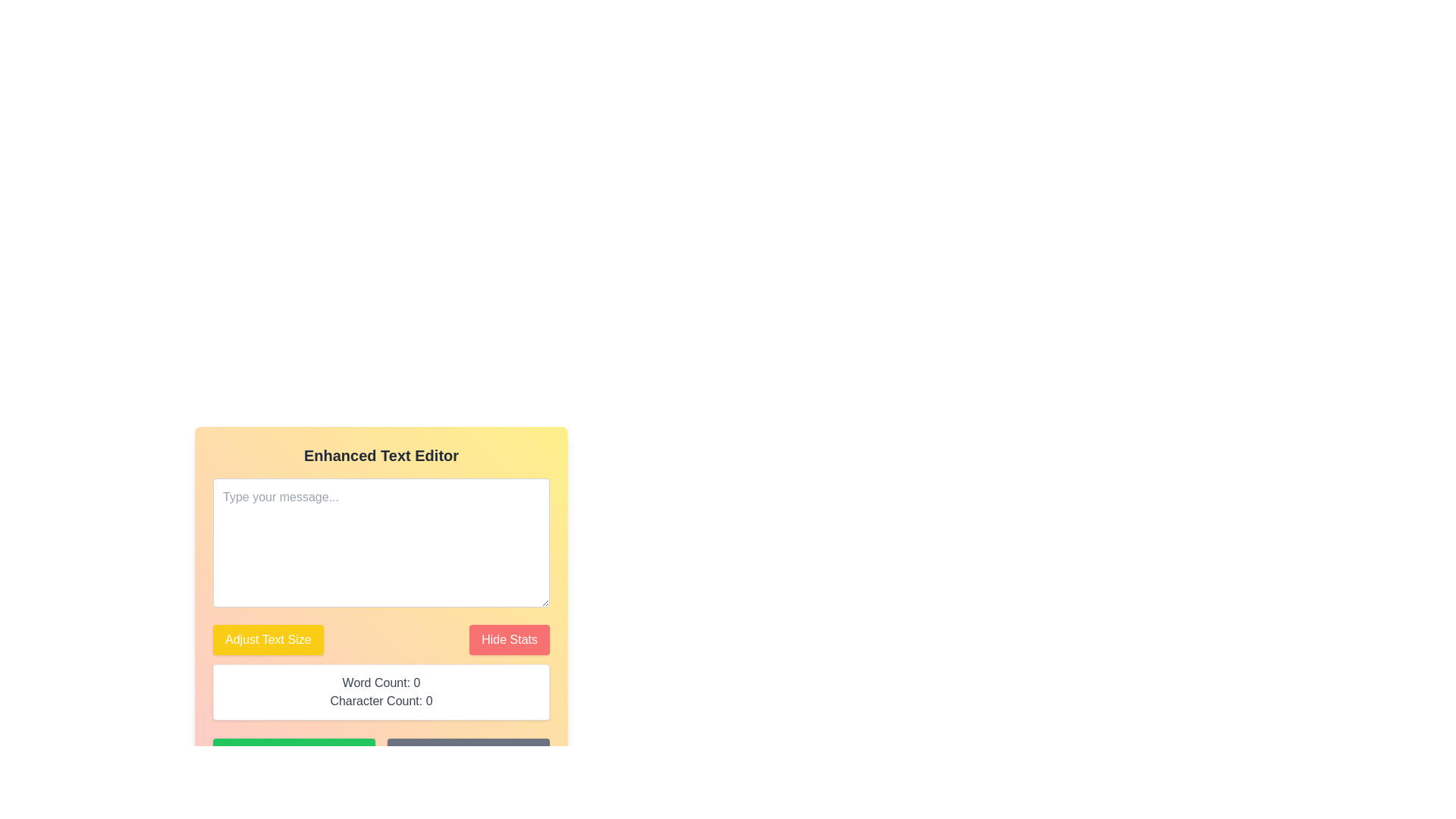  I want to click on the rectangular button with a yellow background and white text labeled 'Adjust Text Size' located in the lower left section of the 'Enhanced Text Editor.', so click(268, 640).